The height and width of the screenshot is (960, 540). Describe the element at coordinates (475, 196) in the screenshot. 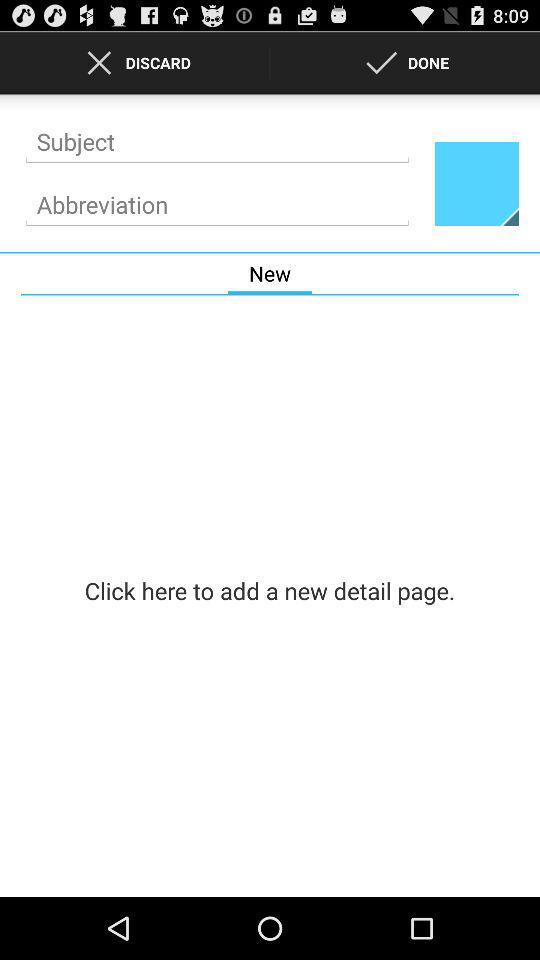

I see `the star icon` at that location.